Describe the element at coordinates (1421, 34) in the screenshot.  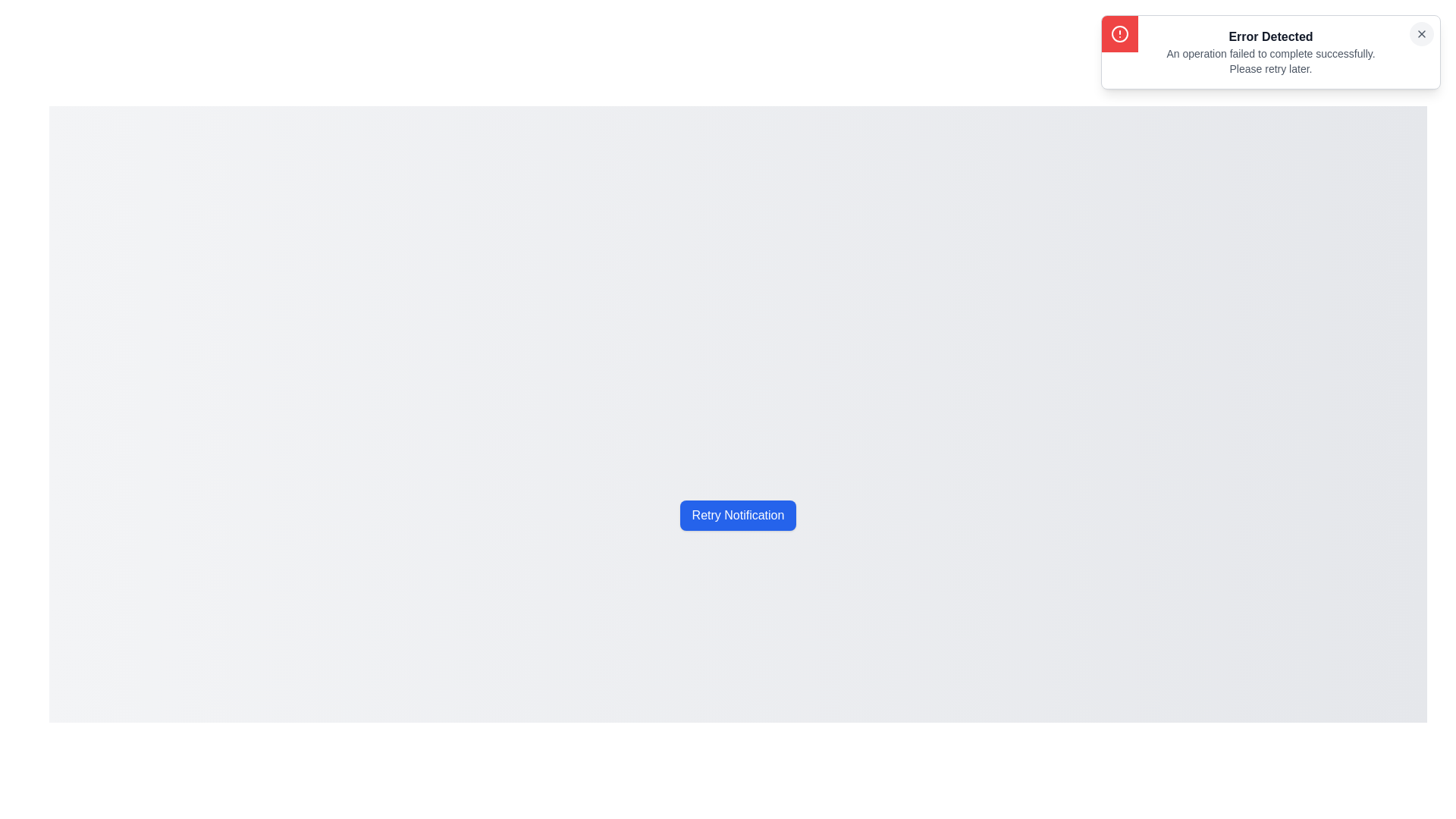
I see `the close button (X) of the notification to dismiss it` at that location.